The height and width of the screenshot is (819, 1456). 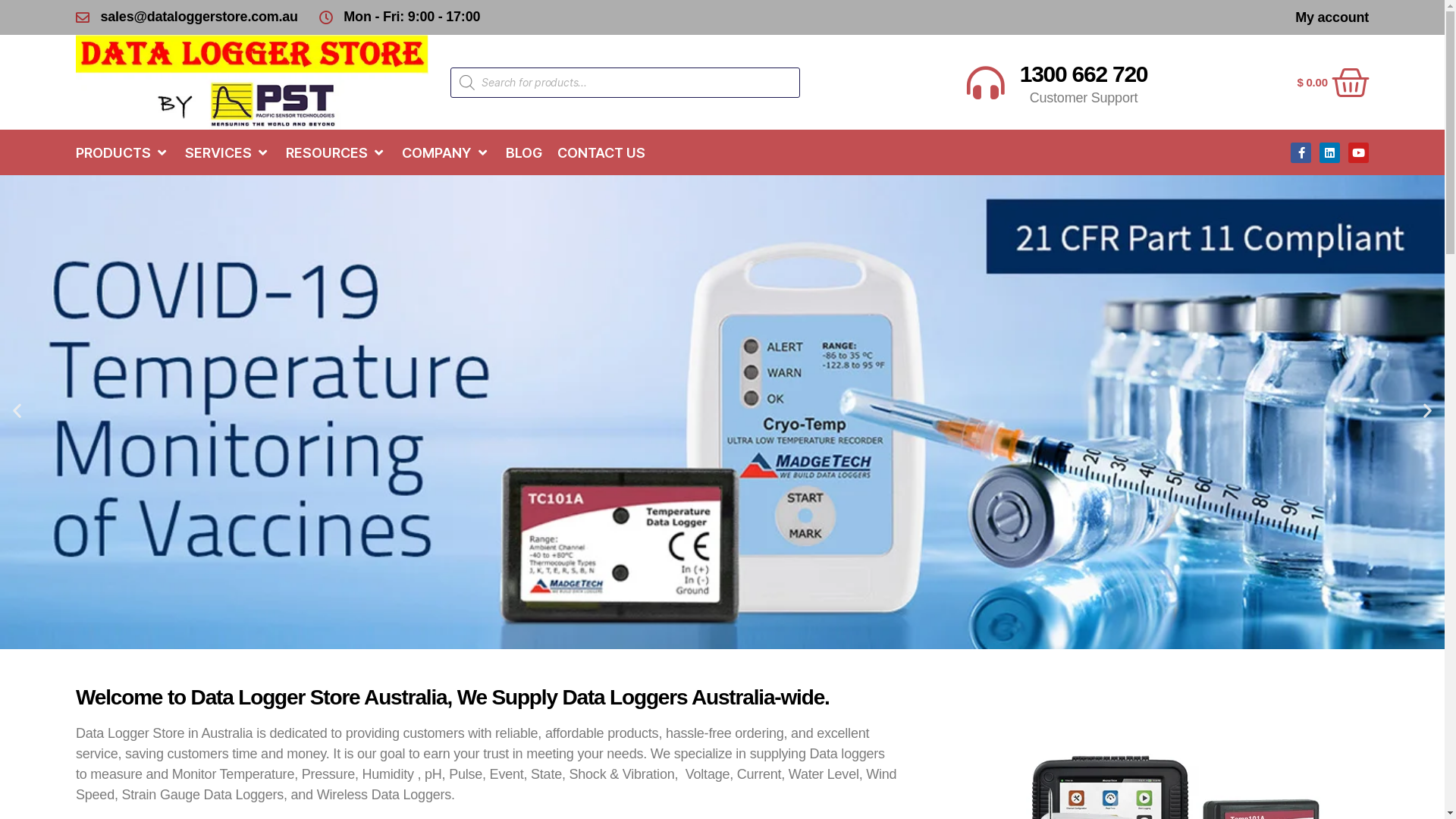 What do you see at coordinates (1331, 17) in the screenshot?
I see `'My account'` at bounding box center [1331, 17].